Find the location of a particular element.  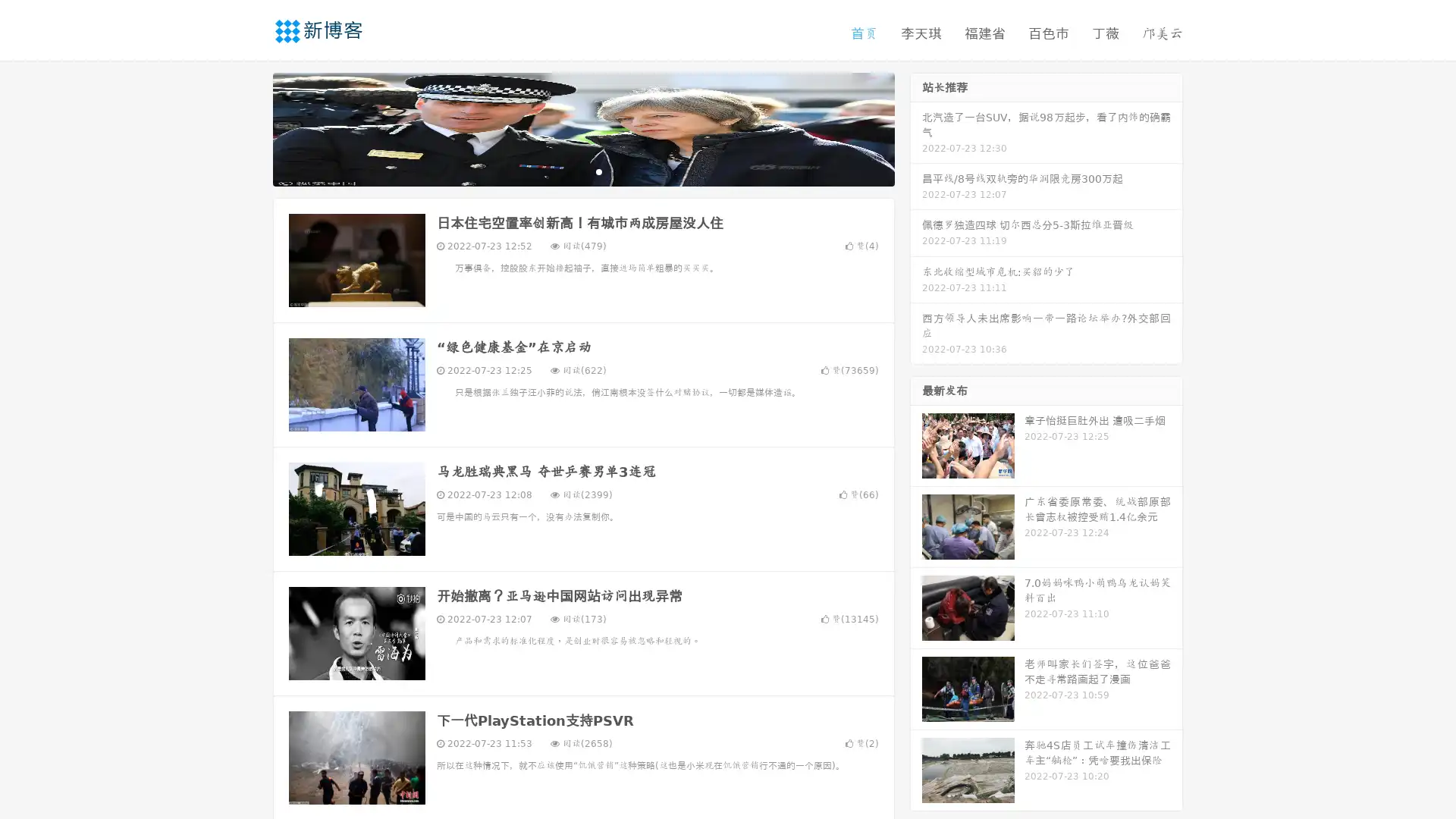

Go to slide 1 is located at coordinates (567, 171).